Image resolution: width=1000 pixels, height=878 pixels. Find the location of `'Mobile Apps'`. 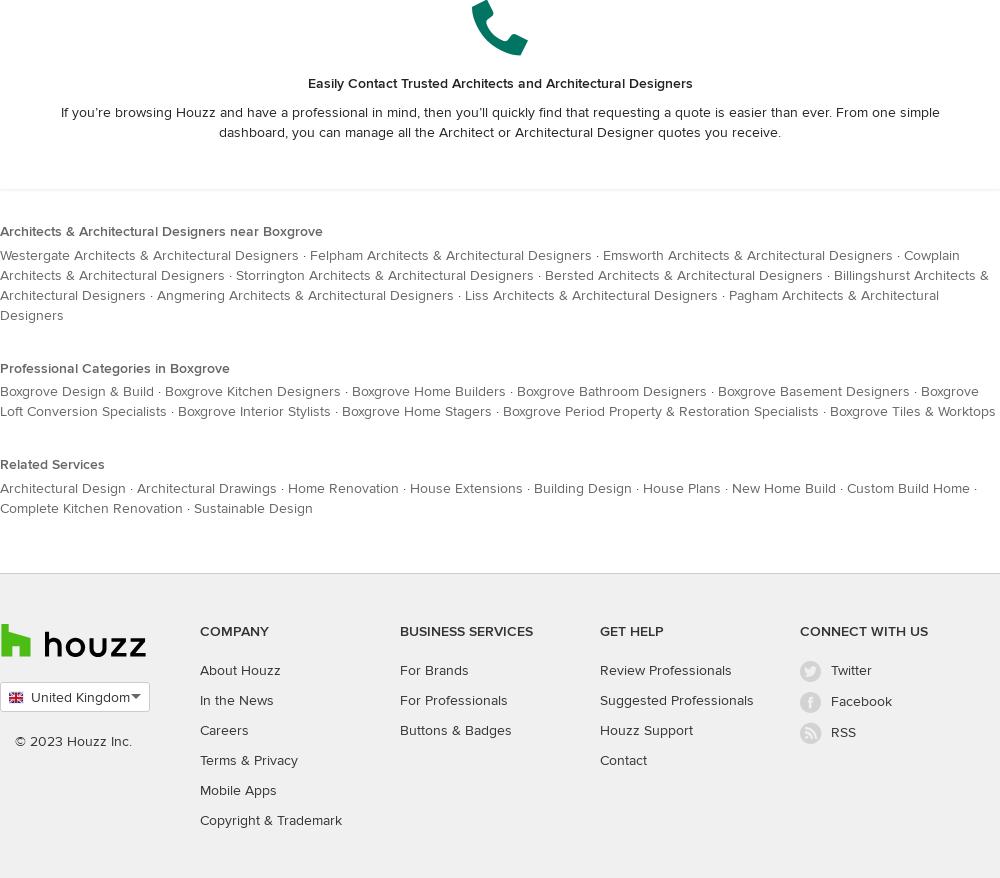

'Mobile Apps' is located at coordinates (237, 789).